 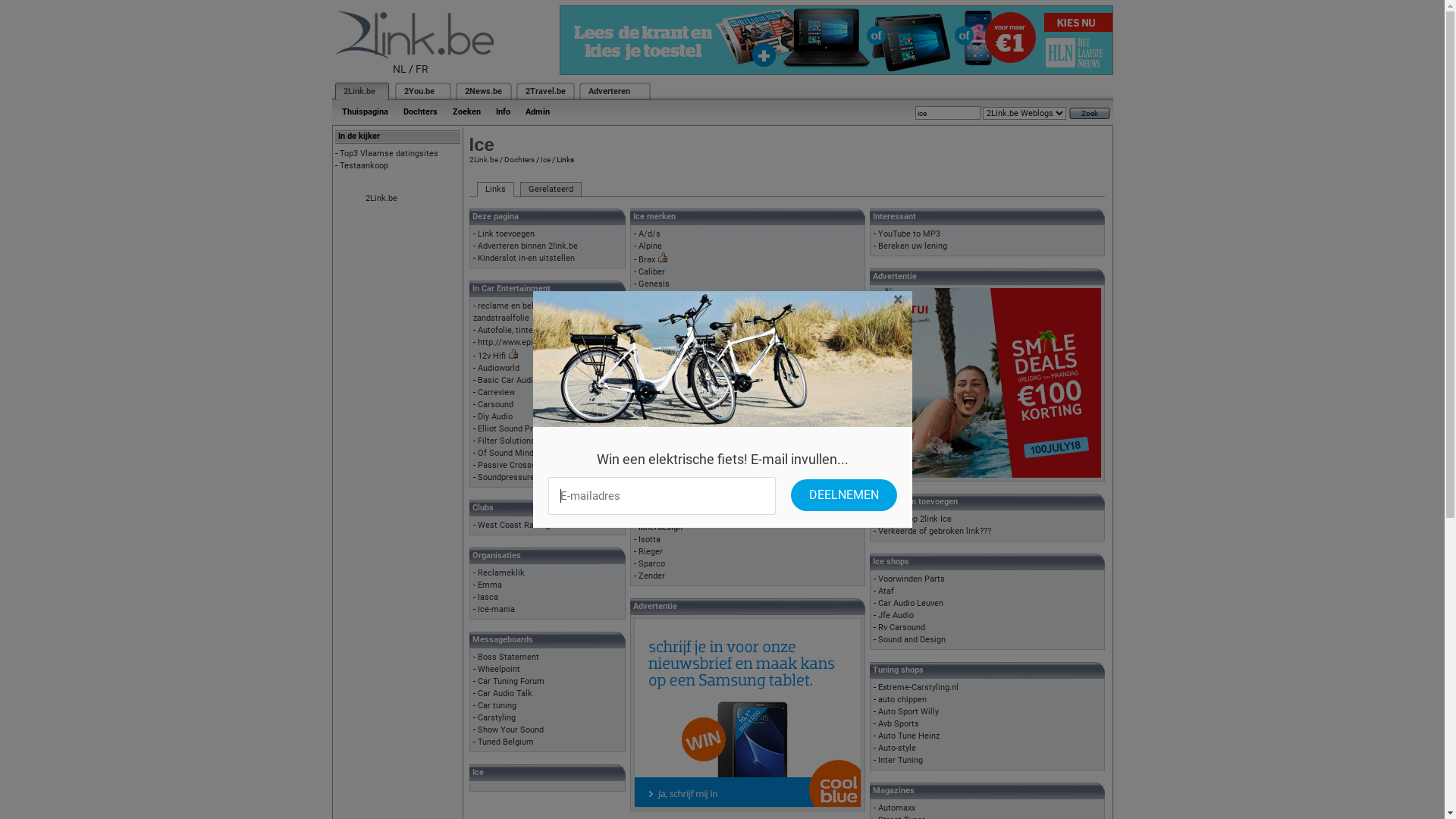 What do you see at coordinates (909, 234) in the screenshot?
I see `'YouTube to MP3'` at bounding box center [909, 234].